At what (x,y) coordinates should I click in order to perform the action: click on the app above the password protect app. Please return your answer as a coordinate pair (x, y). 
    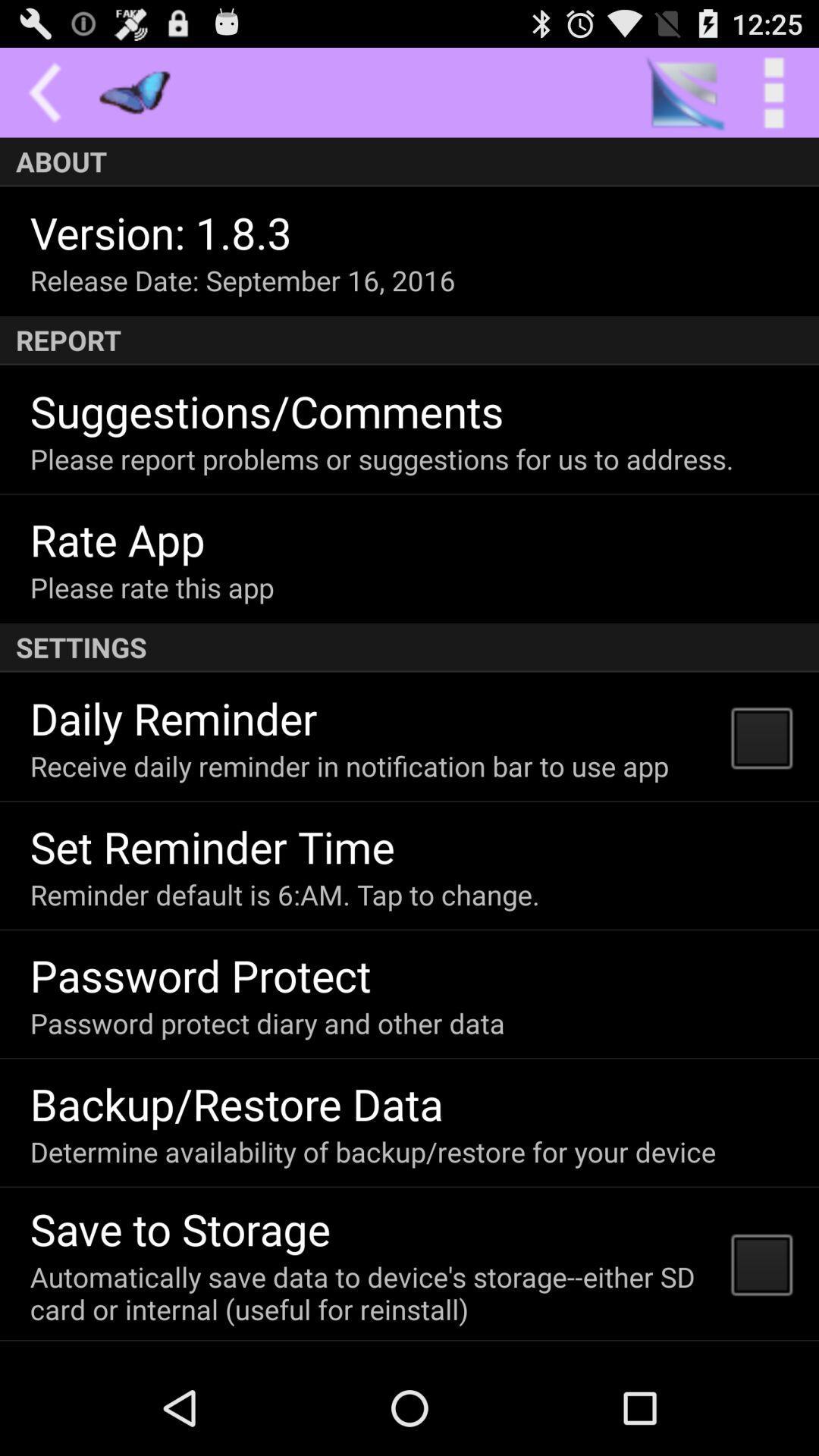
    Looking at the image, I should click on (284, 894).